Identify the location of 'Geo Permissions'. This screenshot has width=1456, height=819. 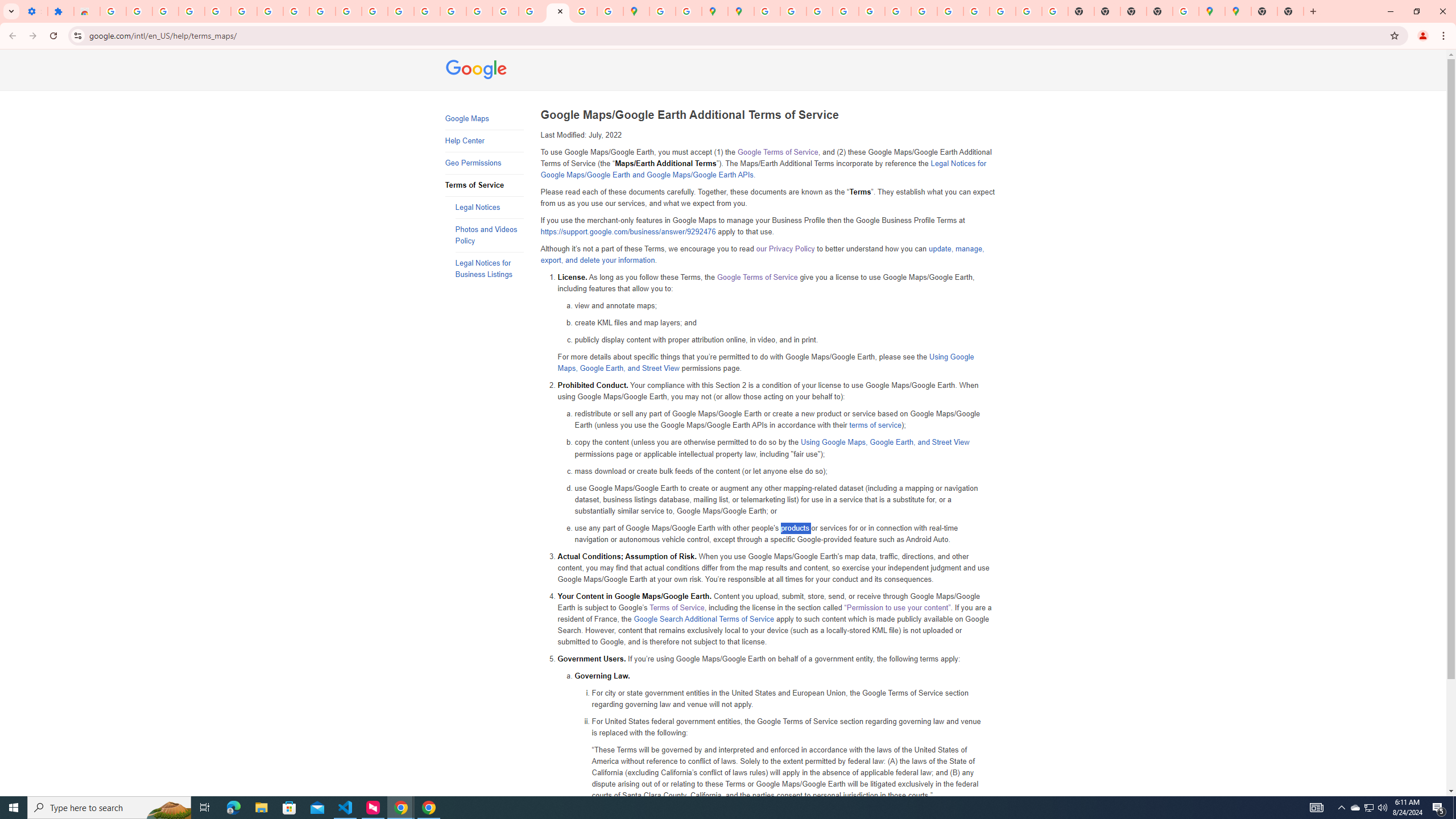
(484, 163).